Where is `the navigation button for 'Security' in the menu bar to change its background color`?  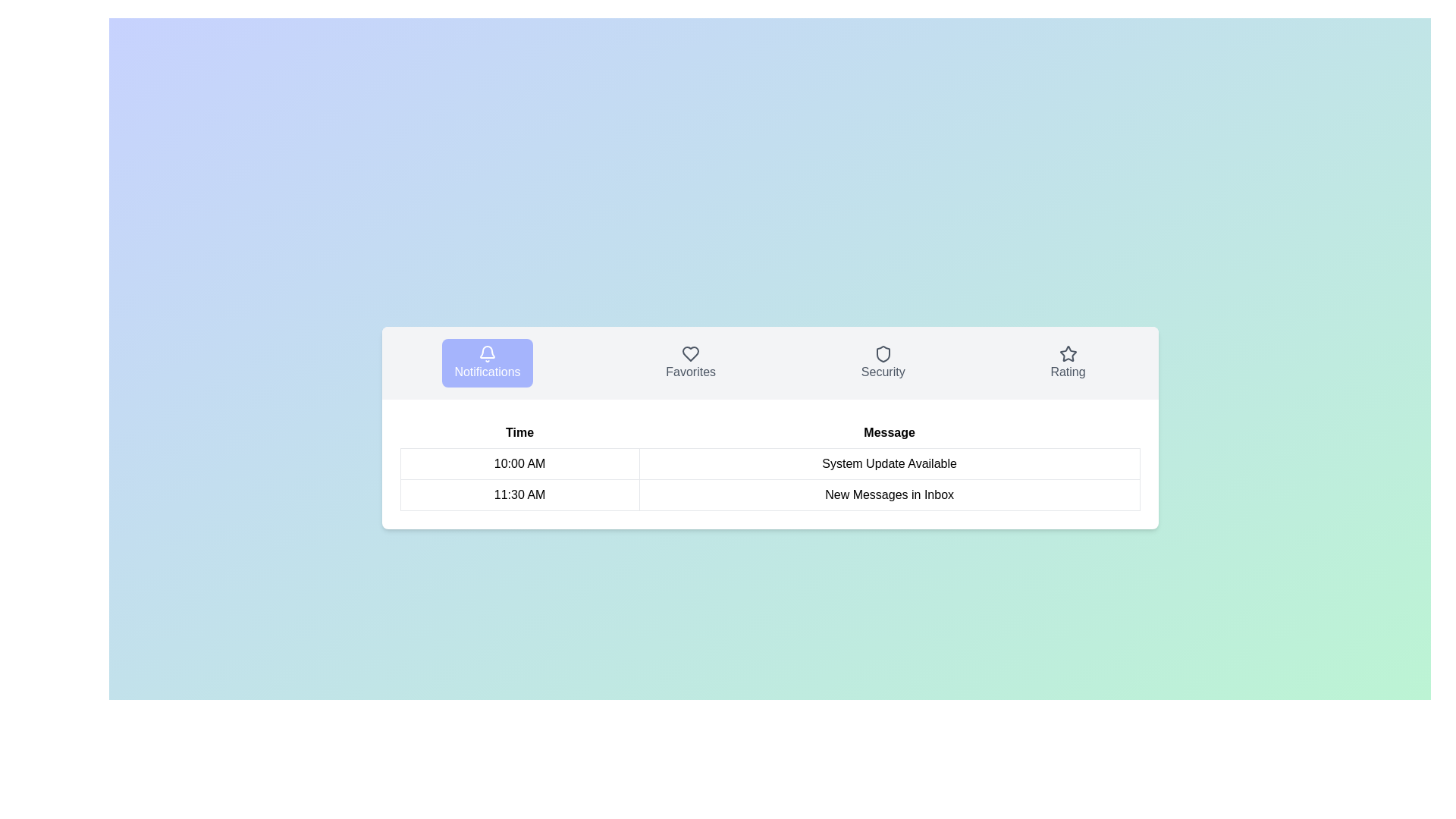 the navigation button for 'Security' in the menu bar to change its background color is located at coordinates (883, 362).